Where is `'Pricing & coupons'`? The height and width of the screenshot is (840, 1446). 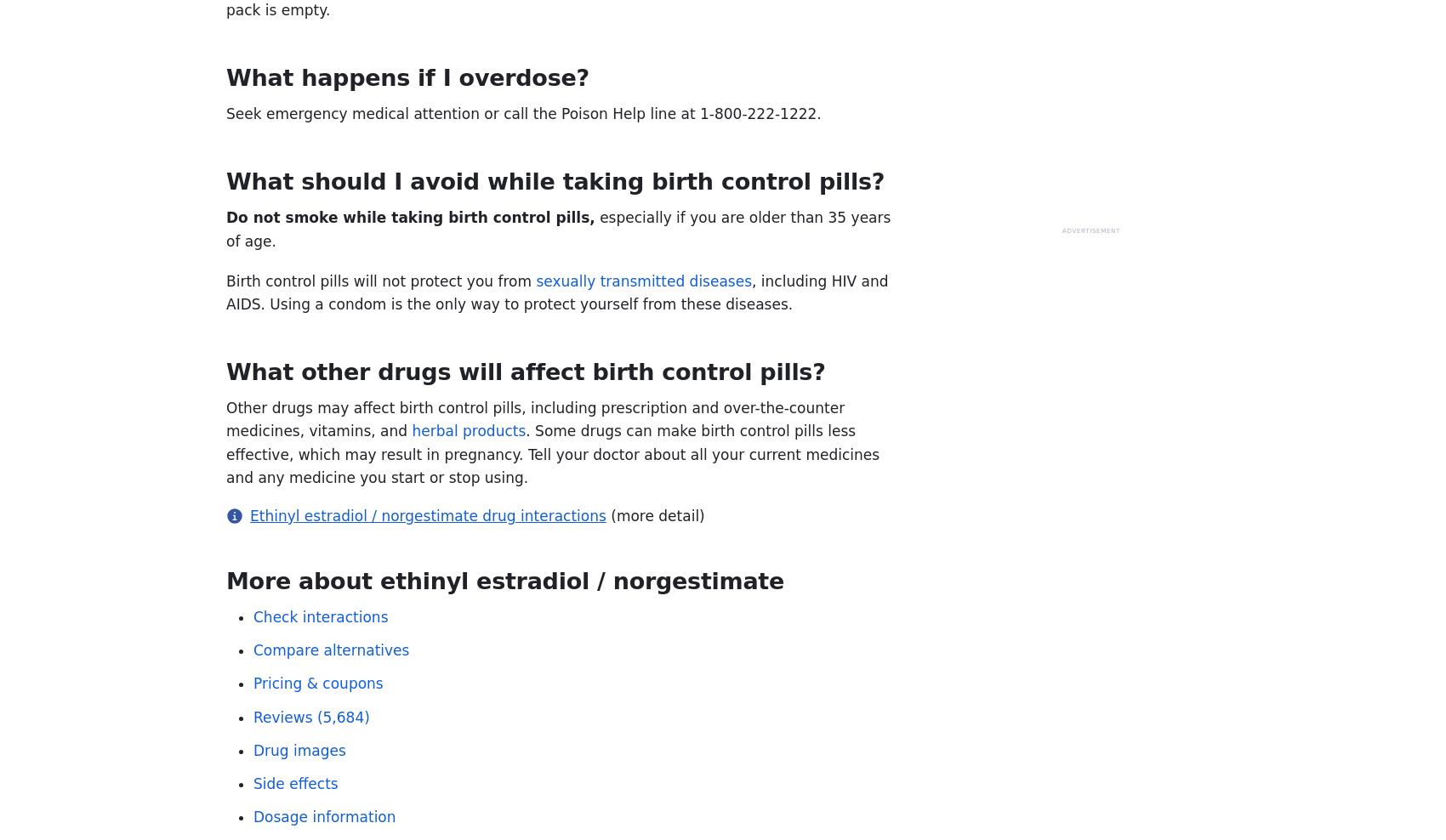 'Pricing & coupons' is located at coordinates (317, 684).